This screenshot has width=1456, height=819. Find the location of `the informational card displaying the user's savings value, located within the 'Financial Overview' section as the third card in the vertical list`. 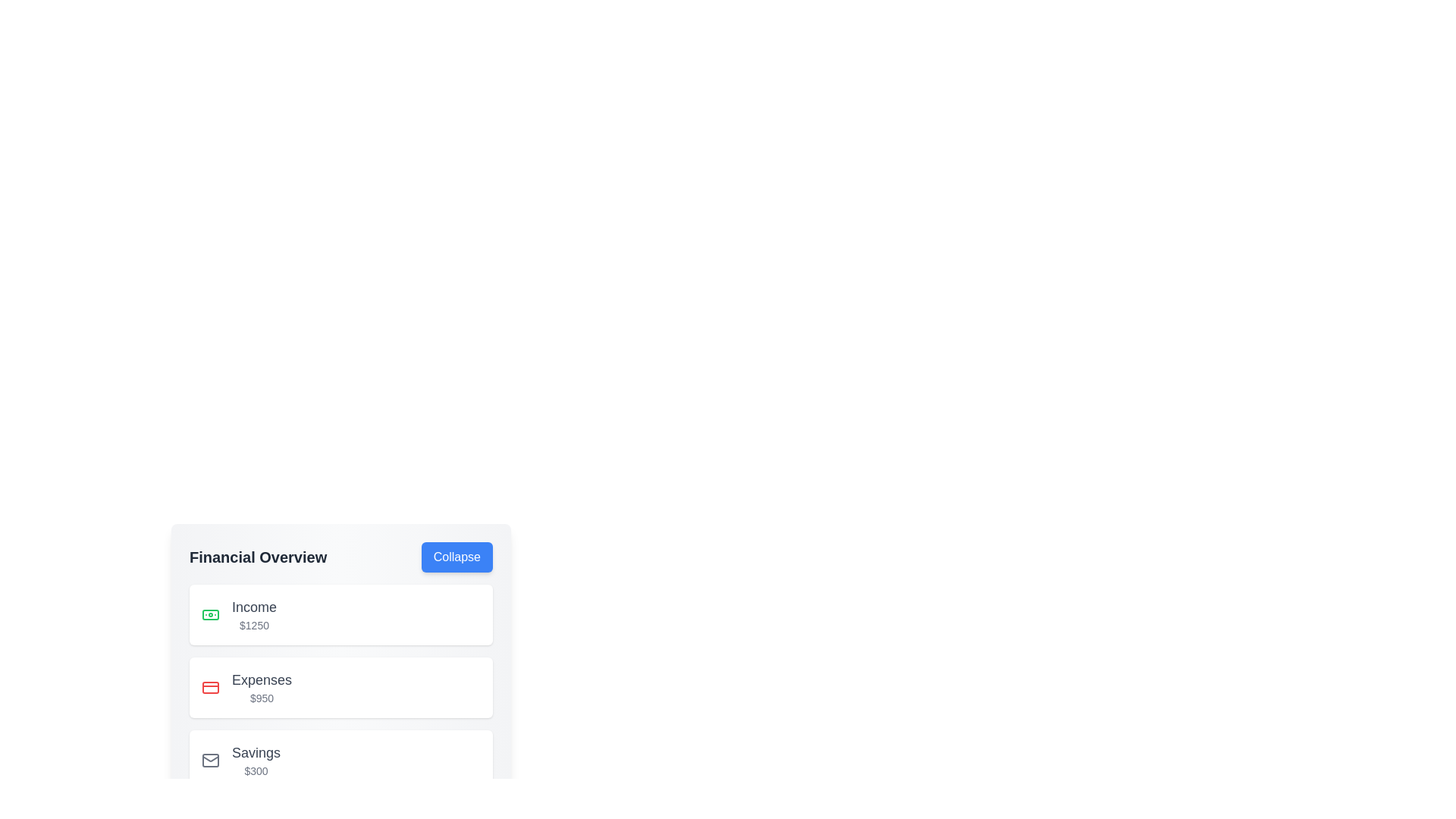

the informational card displaying the user's savings value, located within the 'Financial Overview' section as the third card in the vertical list is located at coordinates (340, 760).